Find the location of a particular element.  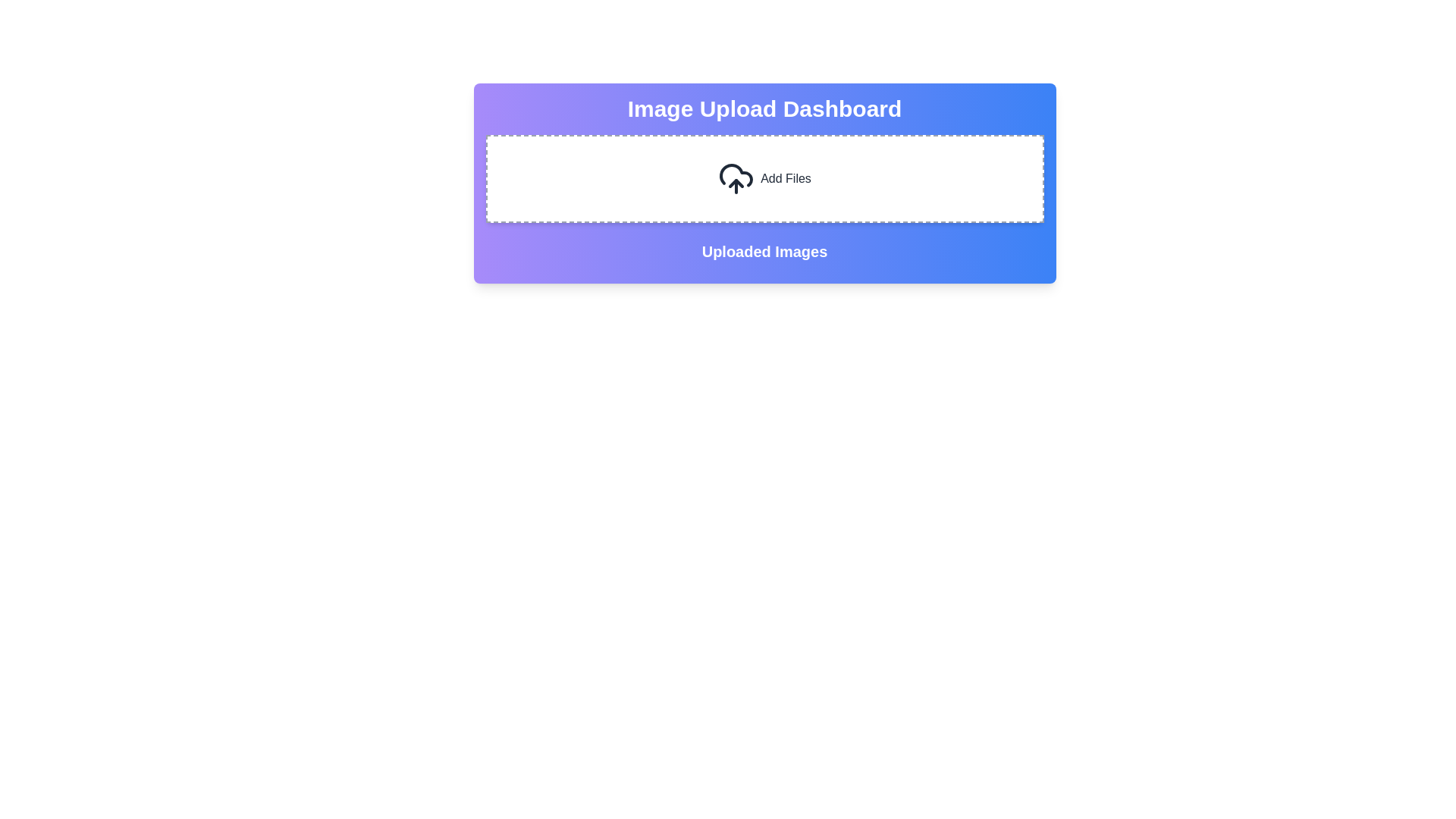

the Text element functioning as a header, which indicates the section for uploaded images, located centrally at the bottom of the card interface, below the 'Add Files' upload section is located at coordinates (764, 250).